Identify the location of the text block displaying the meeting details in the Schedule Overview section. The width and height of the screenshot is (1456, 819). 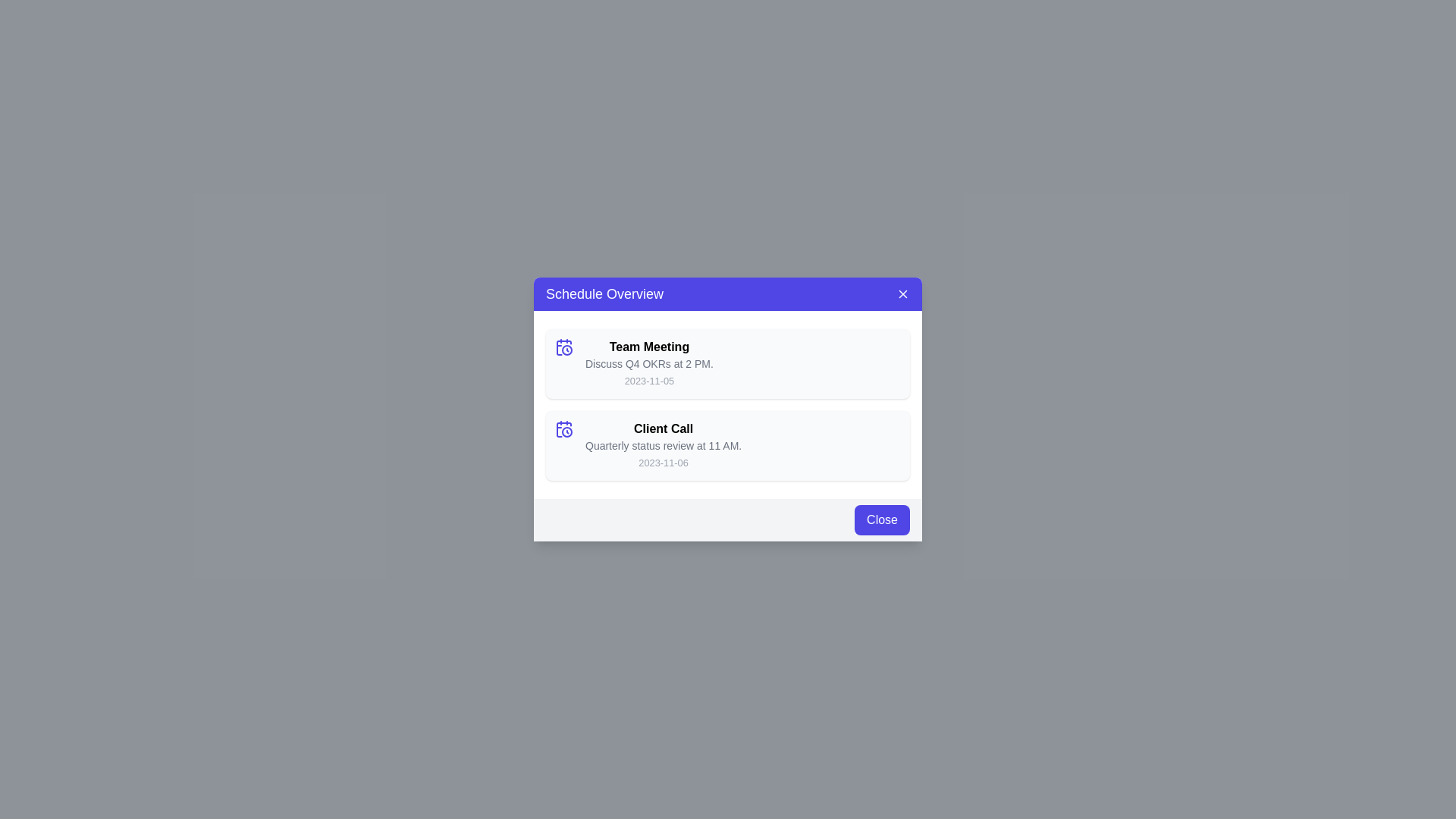
(649, 363).